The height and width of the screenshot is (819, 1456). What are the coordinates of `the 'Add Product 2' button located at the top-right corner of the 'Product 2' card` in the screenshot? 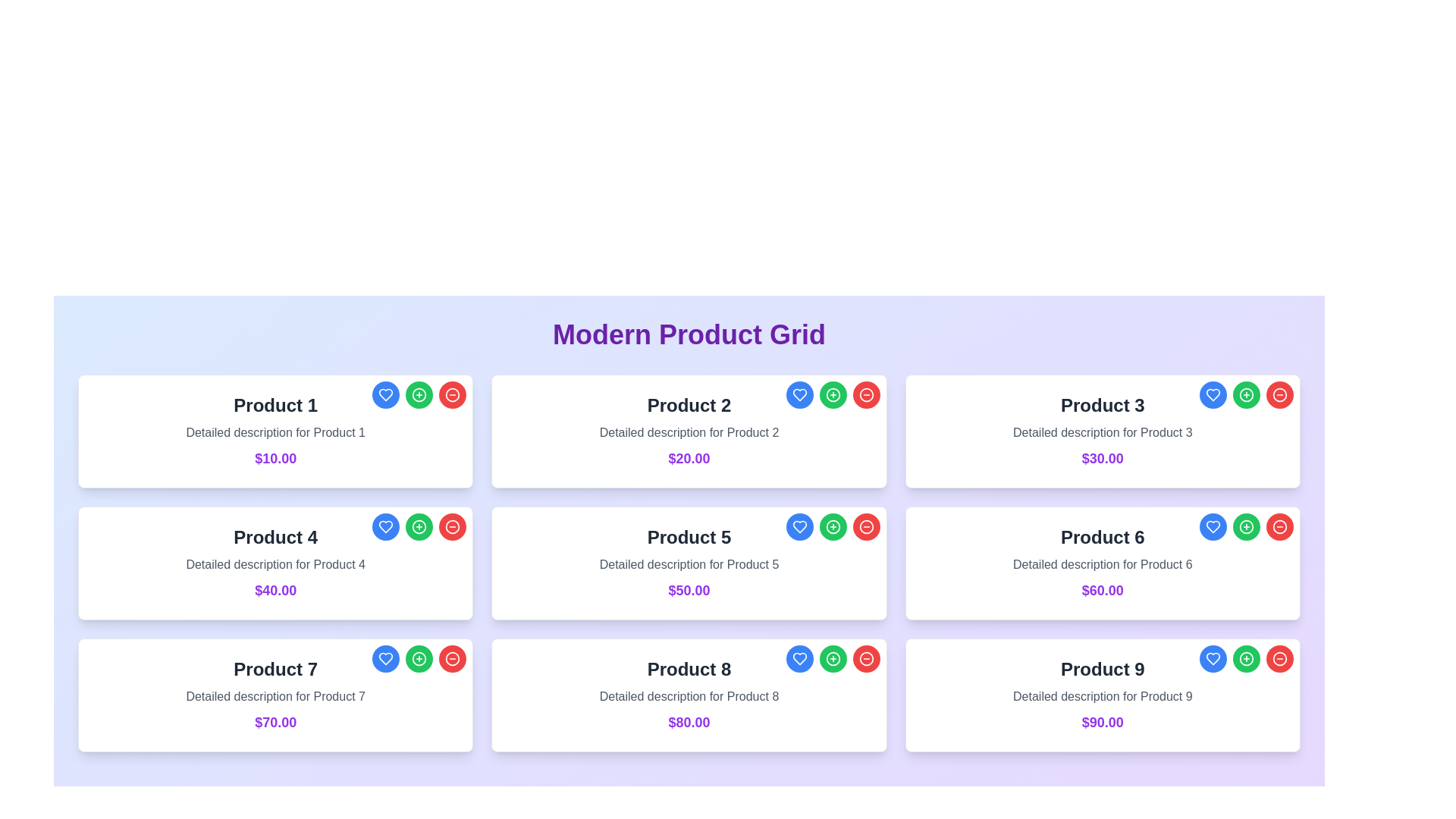 It's located at (832, 394).